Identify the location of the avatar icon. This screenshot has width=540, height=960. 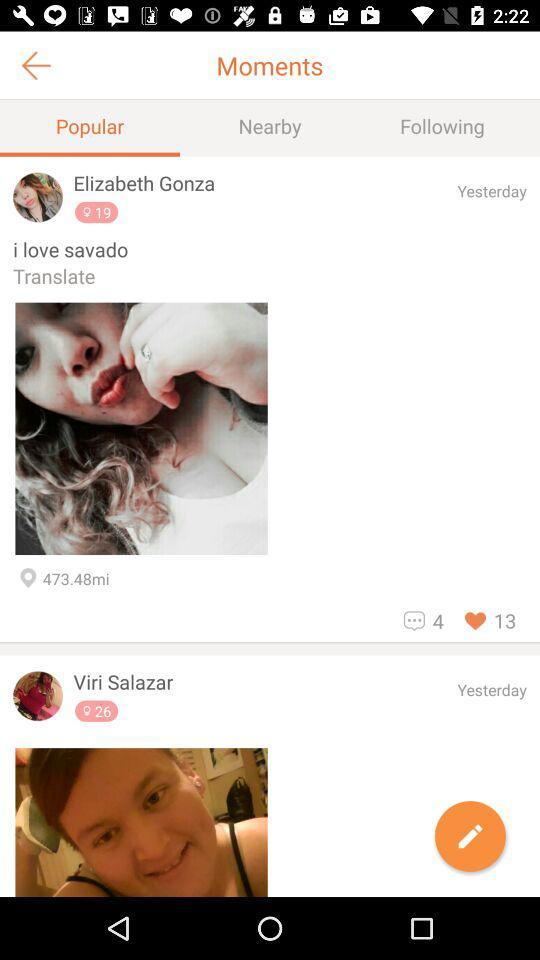
(38, 696).